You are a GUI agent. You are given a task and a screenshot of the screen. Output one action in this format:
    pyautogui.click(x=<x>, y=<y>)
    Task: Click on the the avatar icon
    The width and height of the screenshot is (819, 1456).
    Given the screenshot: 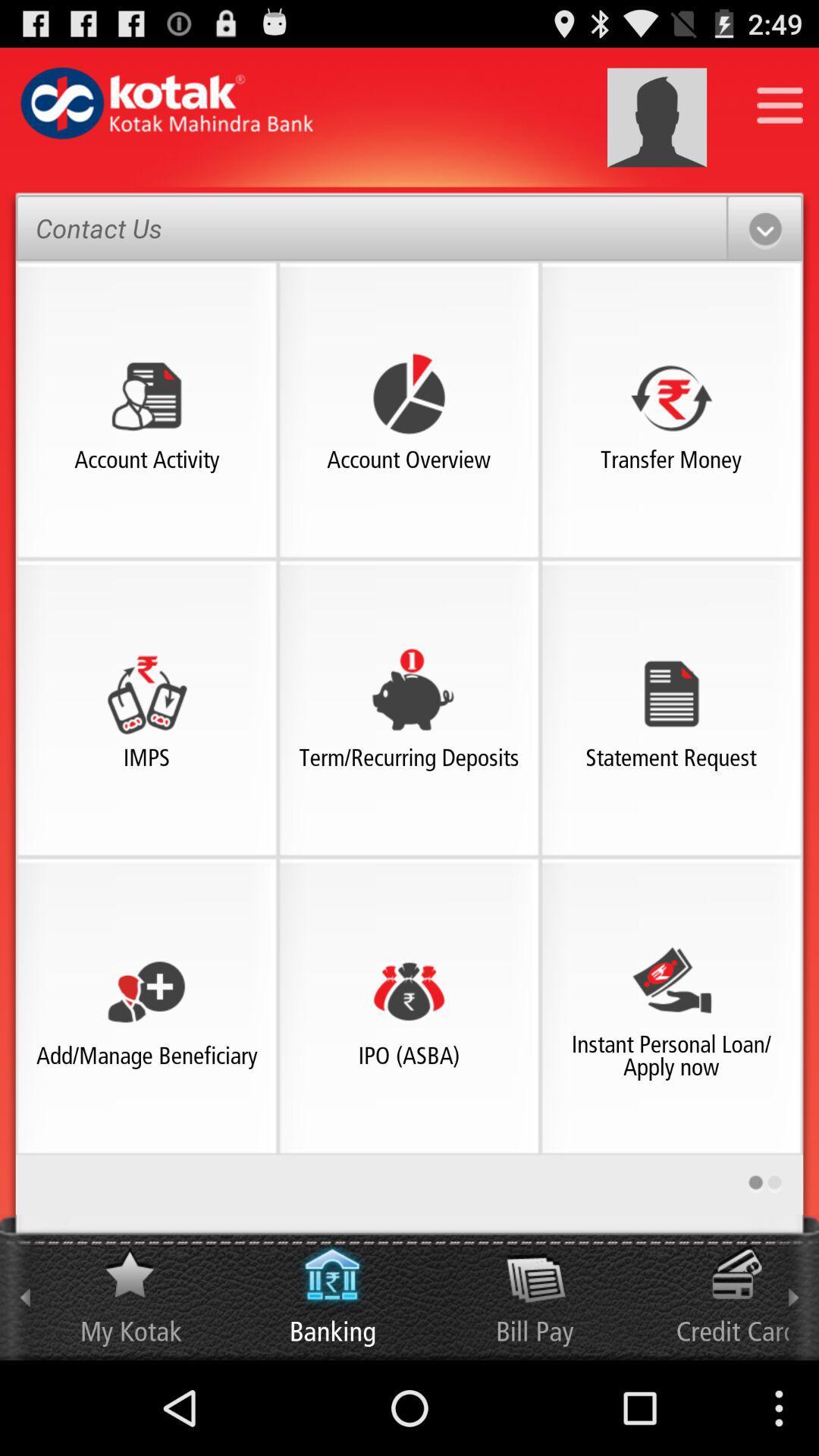 What is the action you would take?
    pyautogui.click(x=656, y=125)
    